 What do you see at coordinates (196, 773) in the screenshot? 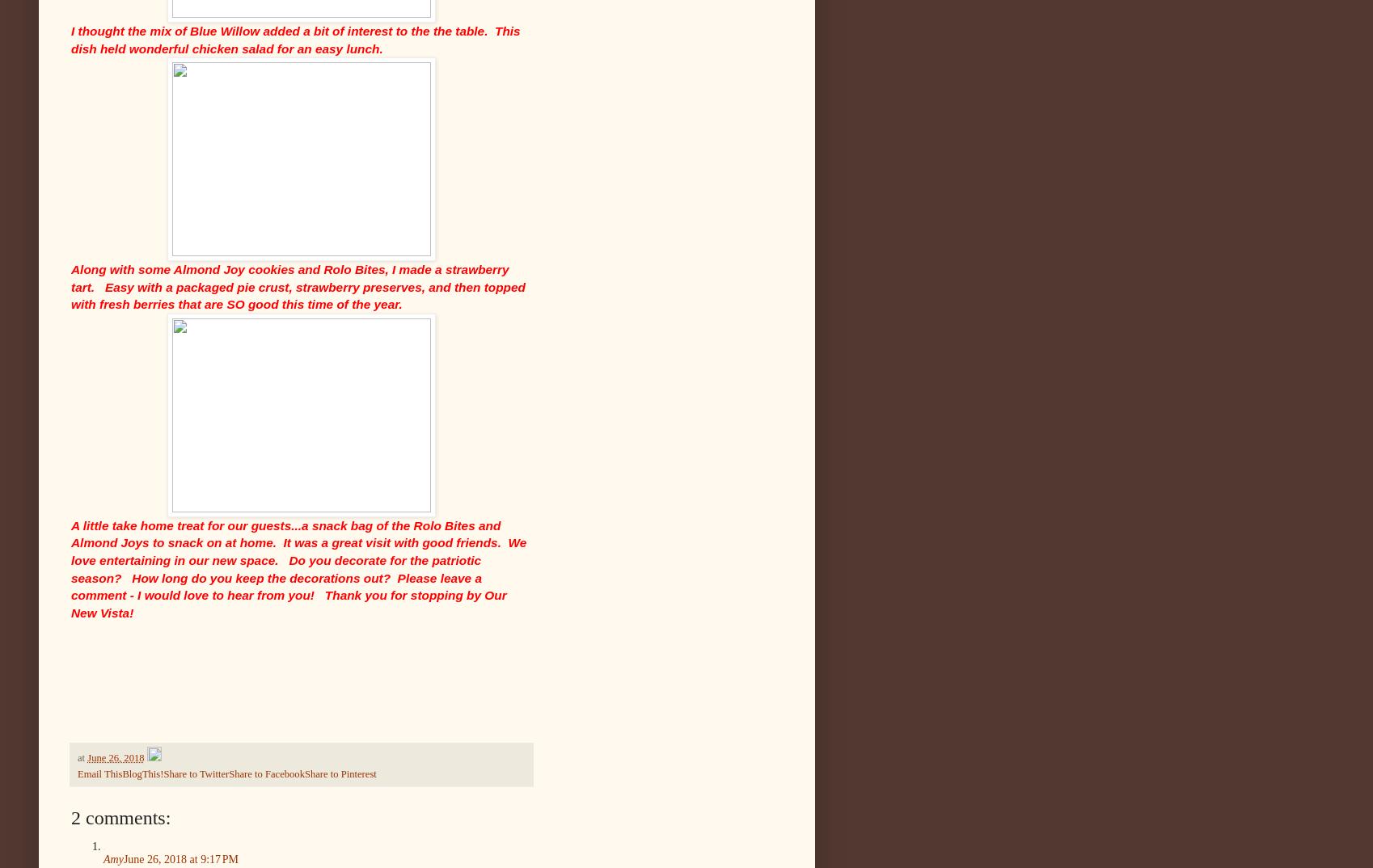
I see `'Share to Twitter'` at bounding box center [196, 773].